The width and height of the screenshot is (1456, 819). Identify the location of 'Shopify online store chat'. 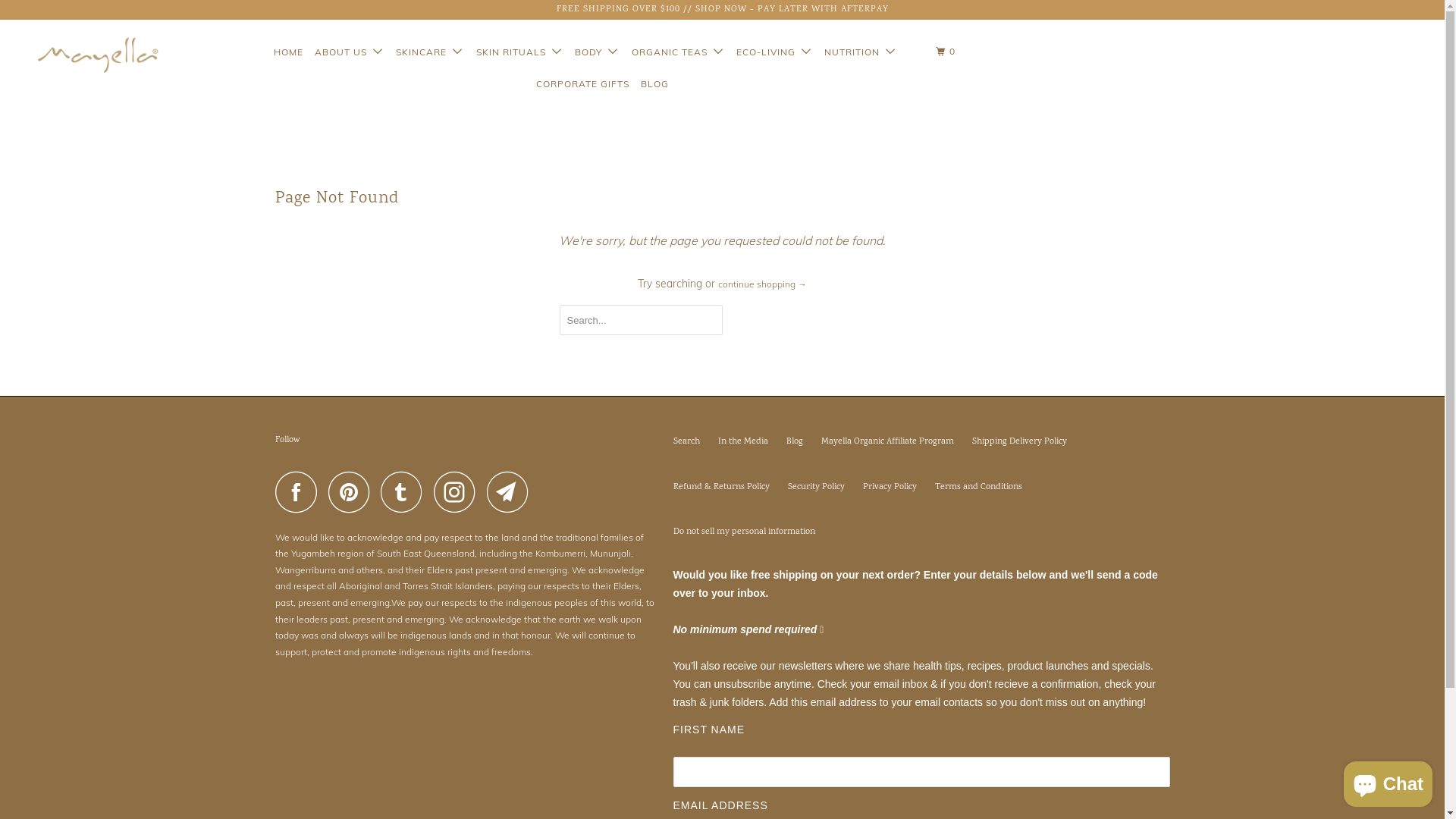
(1388, 780).